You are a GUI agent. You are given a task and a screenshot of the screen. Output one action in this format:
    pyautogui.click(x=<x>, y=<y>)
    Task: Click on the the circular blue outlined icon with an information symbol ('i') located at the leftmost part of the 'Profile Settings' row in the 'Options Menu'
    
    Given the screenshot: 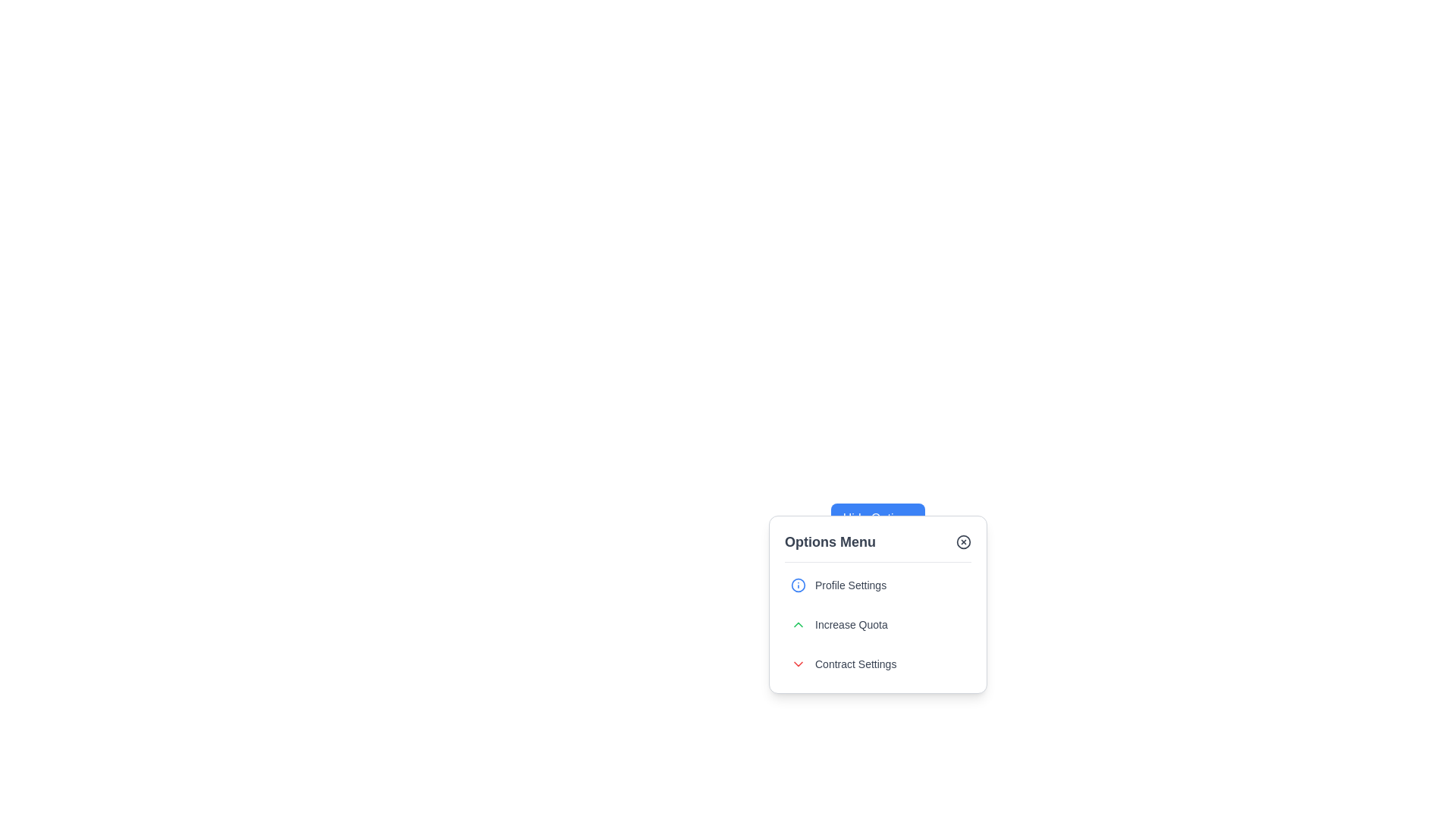 What is the action you would take?
    pyautogui.click(x=797, y=584)
    